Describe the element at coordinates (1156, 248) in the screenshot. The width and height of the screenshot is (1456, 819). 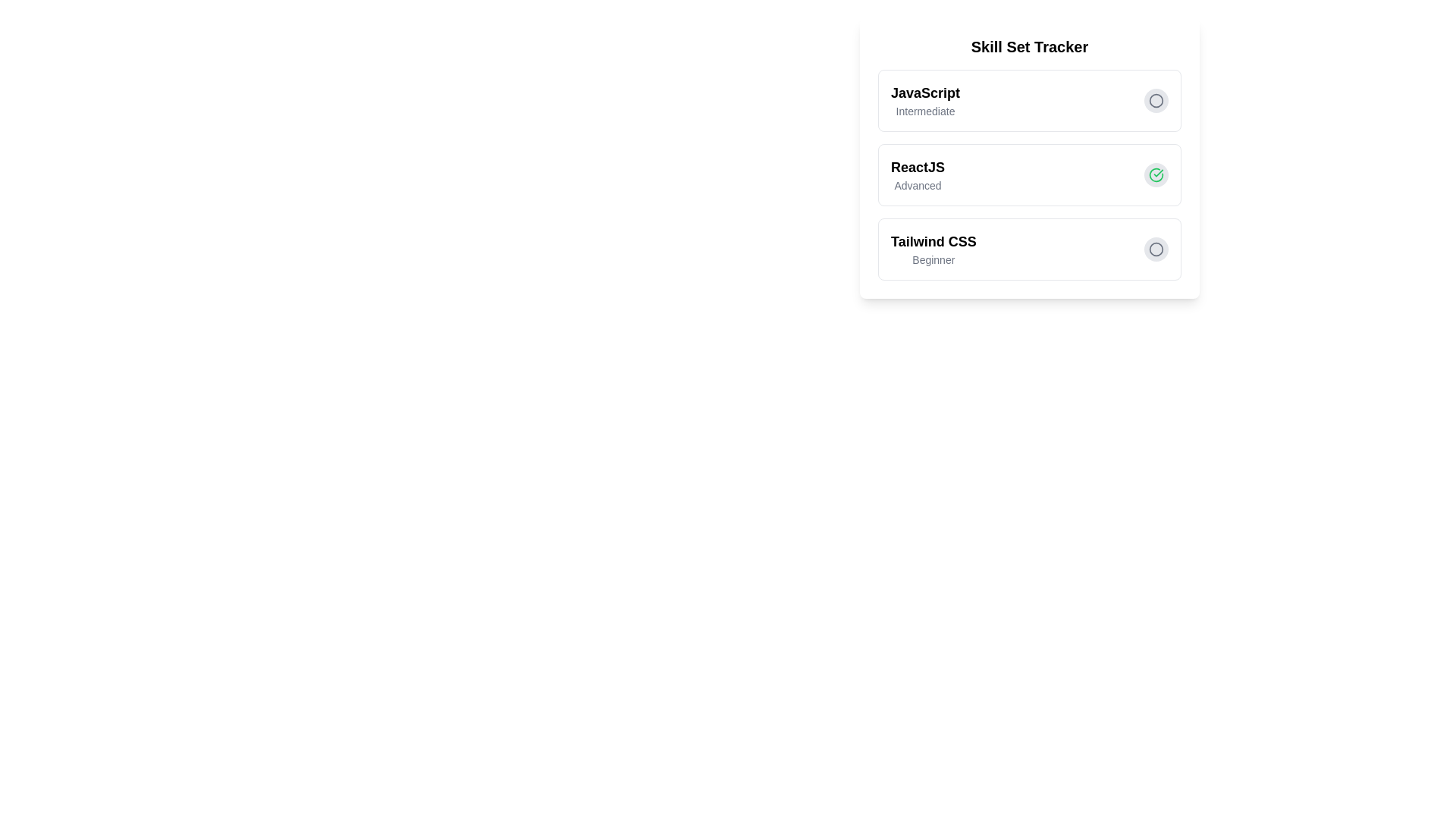
I see `the circular button with a light gray background and a dark gray icon at the far right of the 'Tailwind CSS Beginner' list item` at that location.